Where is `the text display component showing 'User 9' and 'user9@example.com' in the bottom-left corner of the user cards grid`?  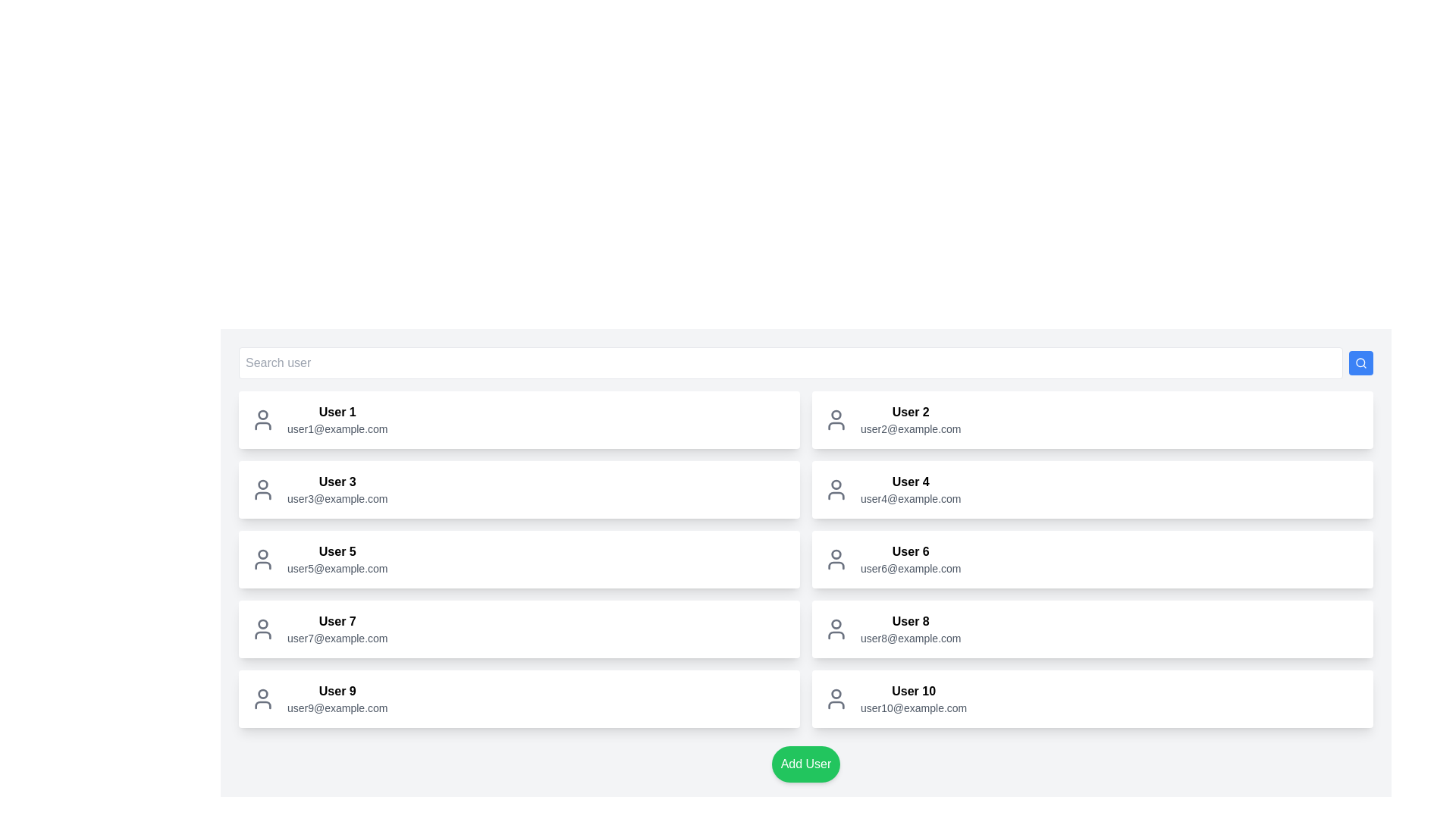 the text display component showing 'User 9' and 'user9@example.com' in the bottom-left corner of the user cards grid is located at coordinates (337, 698).